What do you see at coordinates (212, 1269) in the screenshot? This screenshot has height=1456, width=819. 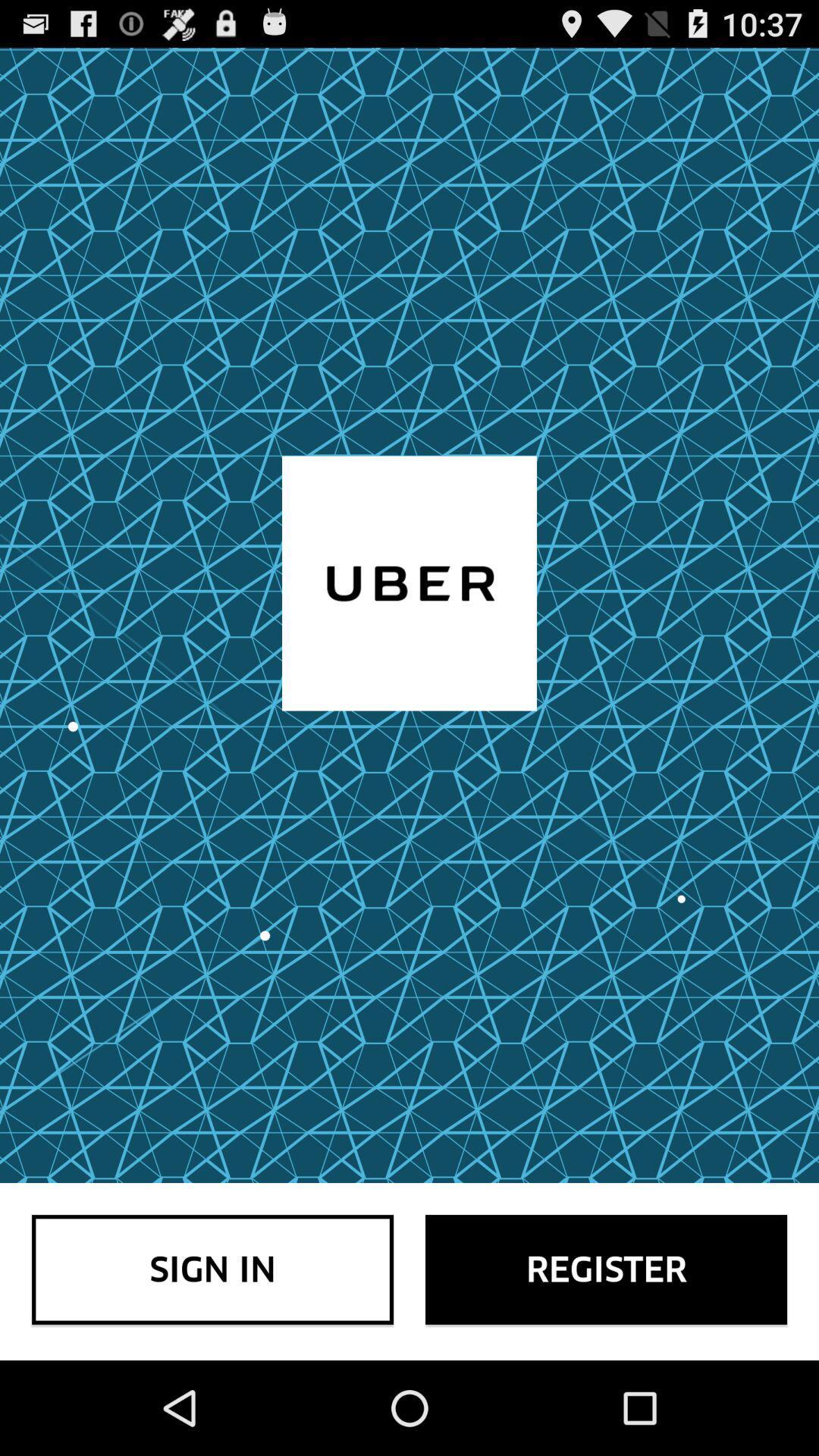 I see `the item next to the register` at bounding box center [212, 1269].